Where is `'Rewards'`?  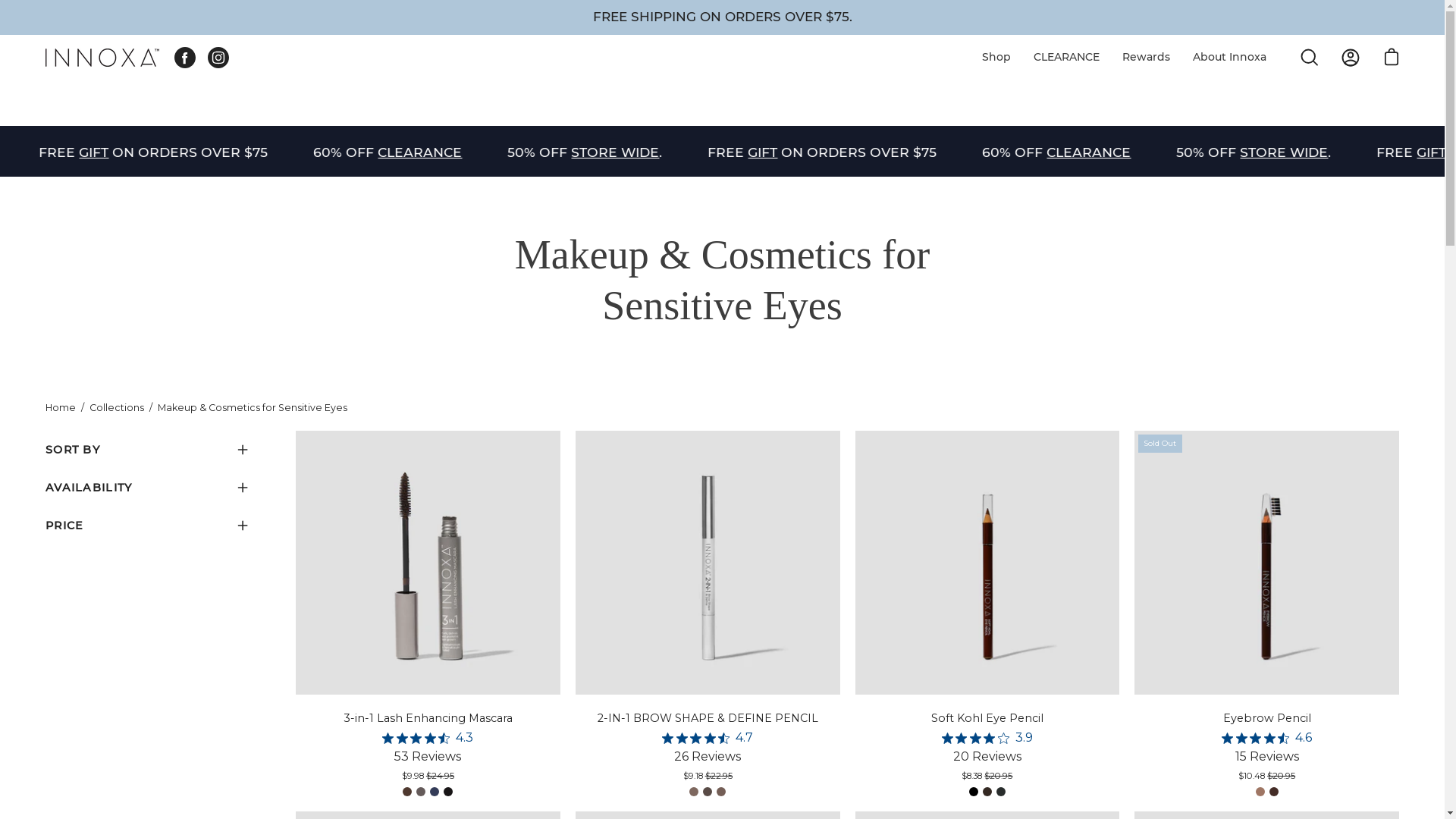
'Rewards' is located at coordinates (1146, 56).